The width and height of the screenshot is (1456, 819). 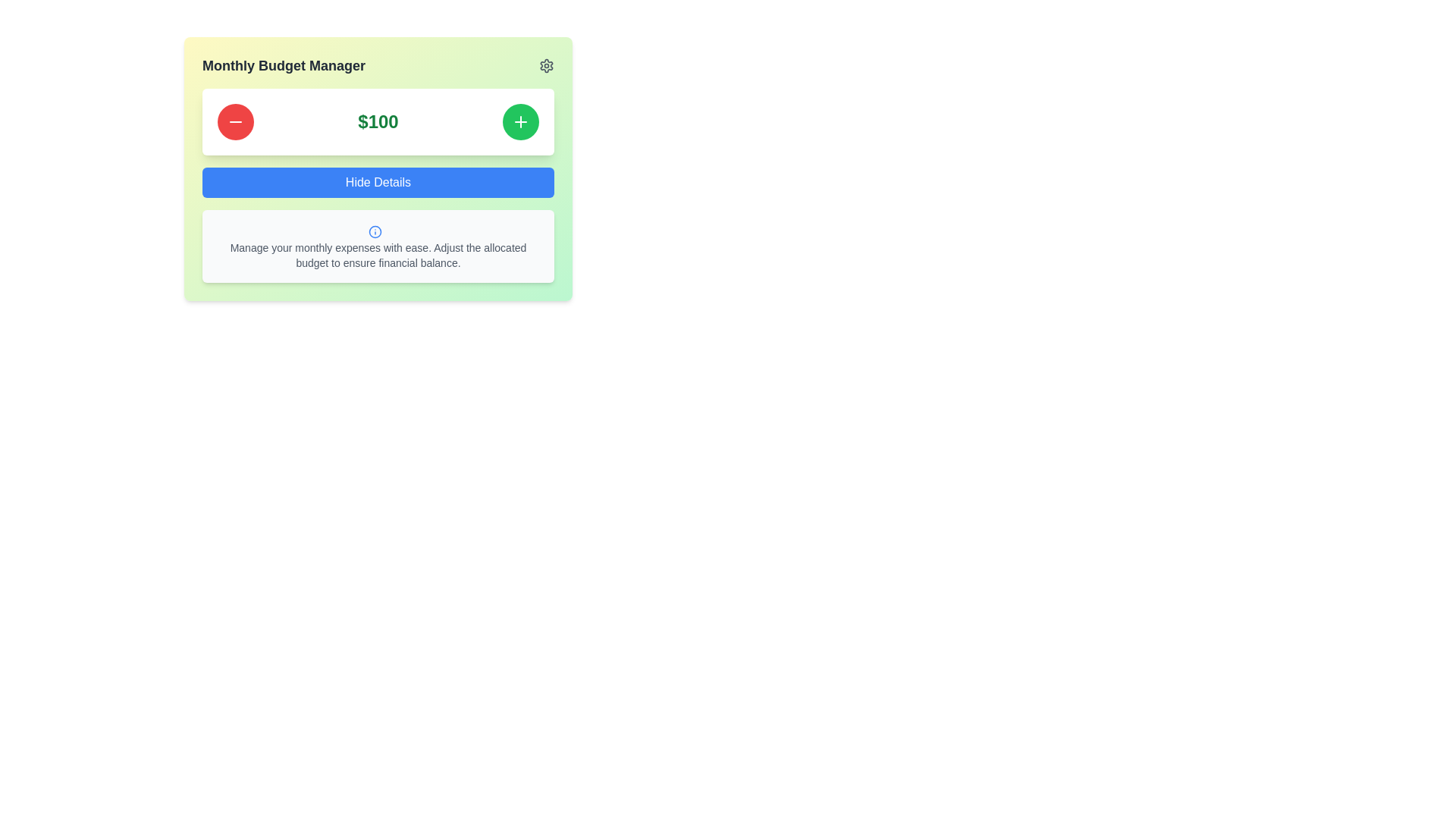 What do you see at coordinates (520, 121) in the screenshot?
I see `the green circular button with a white plus icon located on the right side of the top section, adjacent to the figure '$100'` at bounding box center [520, 121].